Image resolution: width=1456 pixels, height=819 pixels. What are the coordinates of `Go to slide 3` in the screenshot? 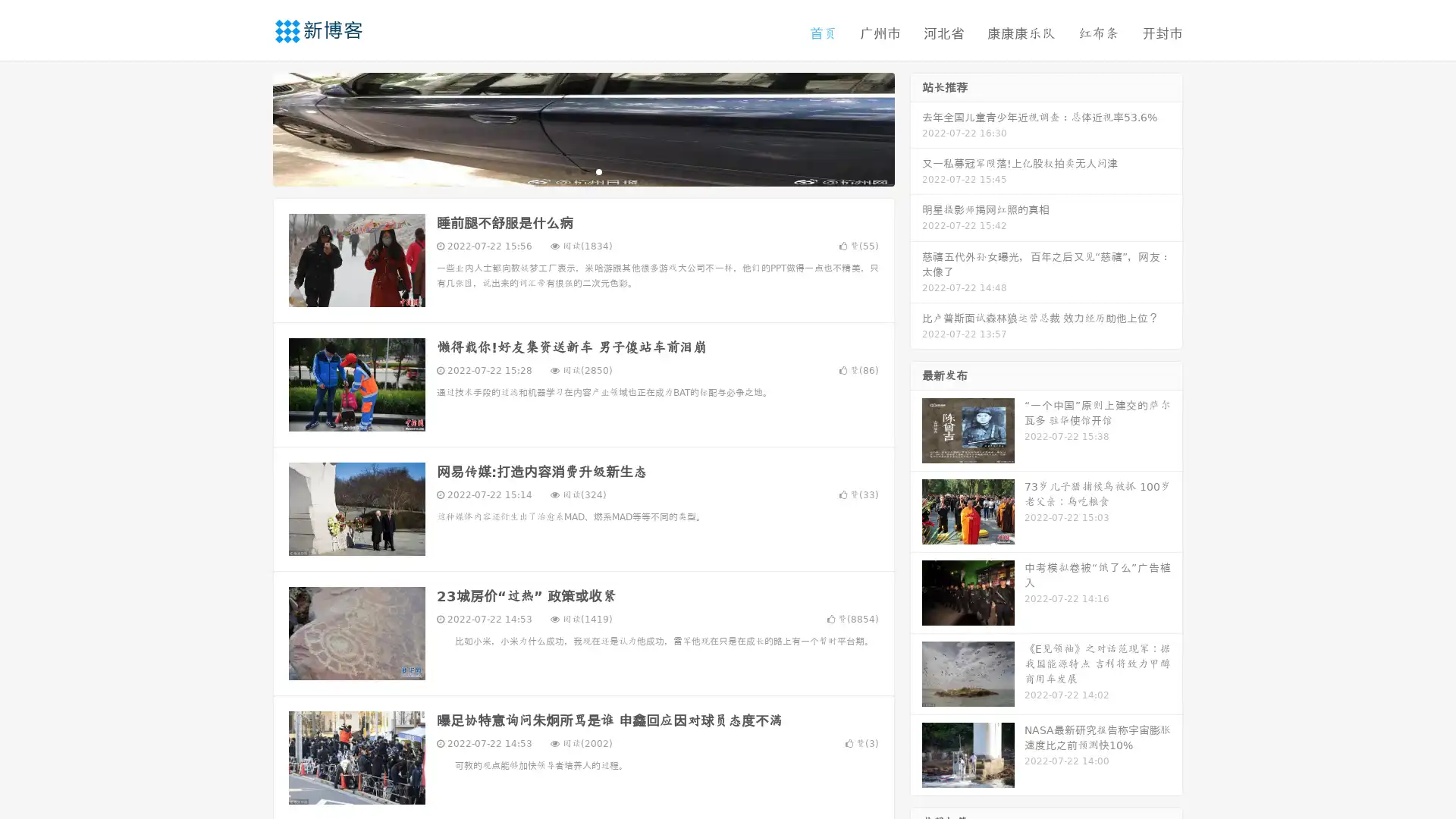 It's located at (598, 171).